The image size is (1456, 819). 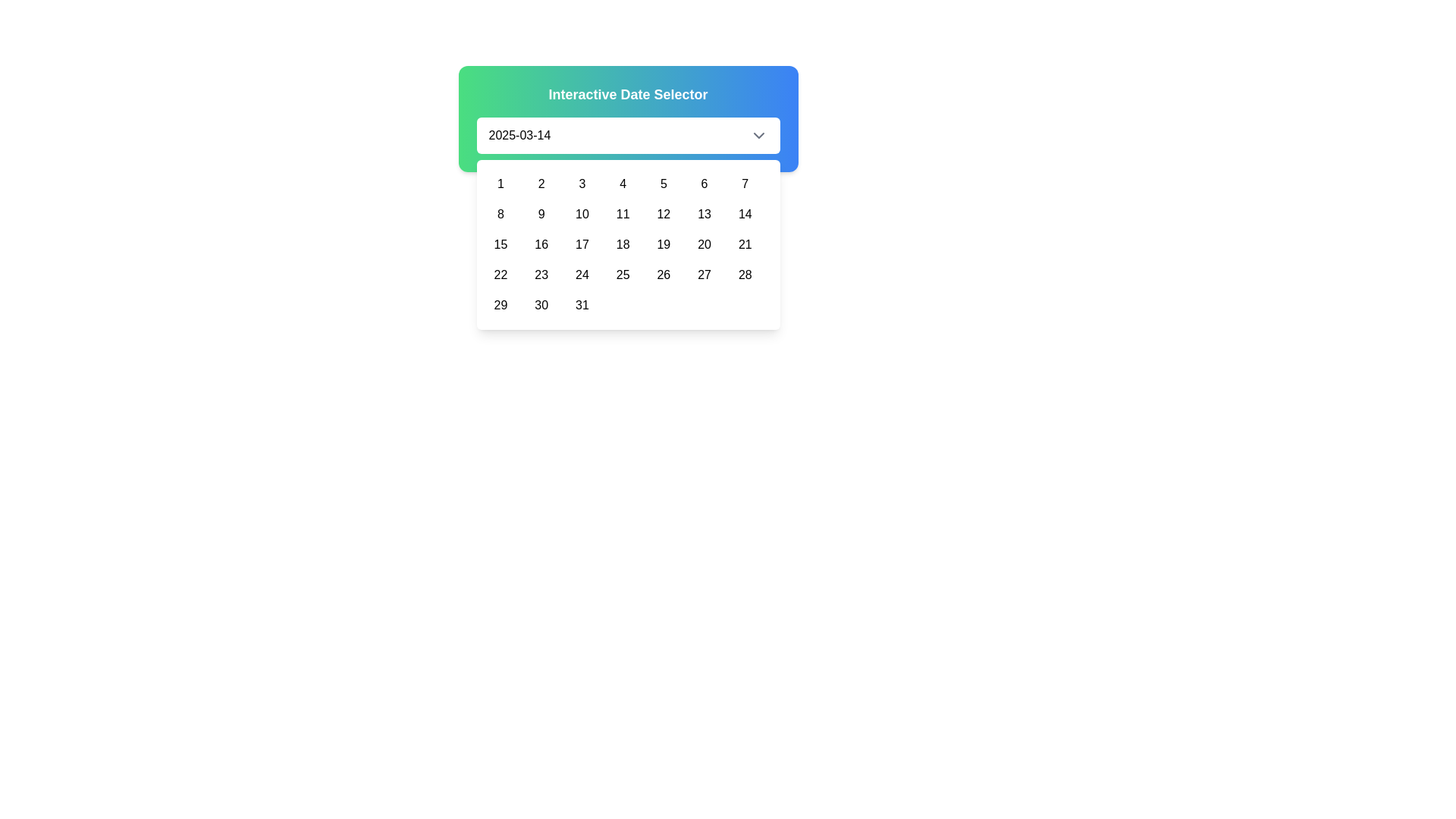 I want to click on the button labeled '10' in the calendar interface to trigger its hover effect, so click(x=582, y=214).